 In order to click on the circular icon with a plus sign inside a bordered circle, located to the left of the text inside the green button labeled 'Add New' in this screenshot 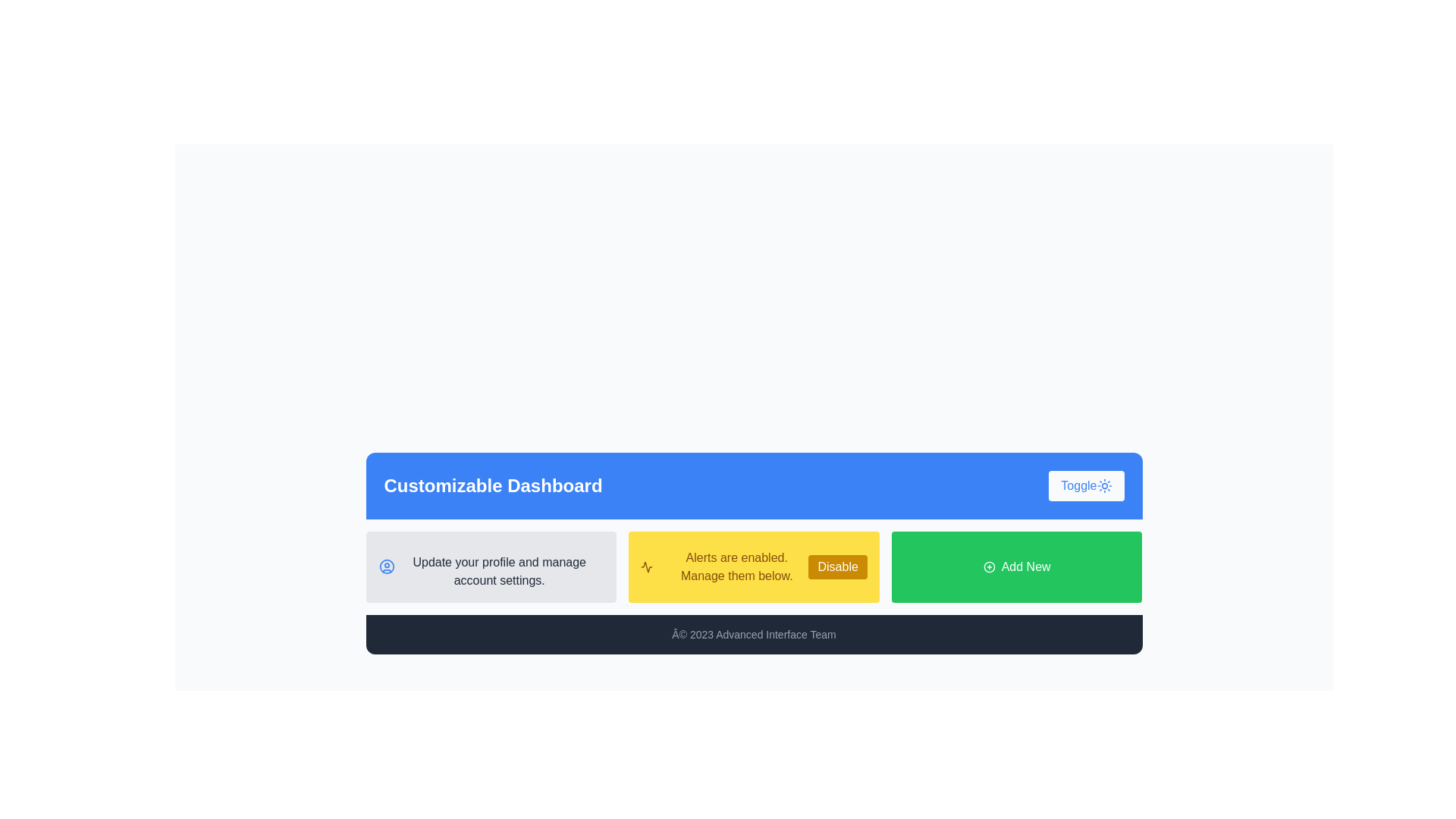, I will do `click(989, 567)`.